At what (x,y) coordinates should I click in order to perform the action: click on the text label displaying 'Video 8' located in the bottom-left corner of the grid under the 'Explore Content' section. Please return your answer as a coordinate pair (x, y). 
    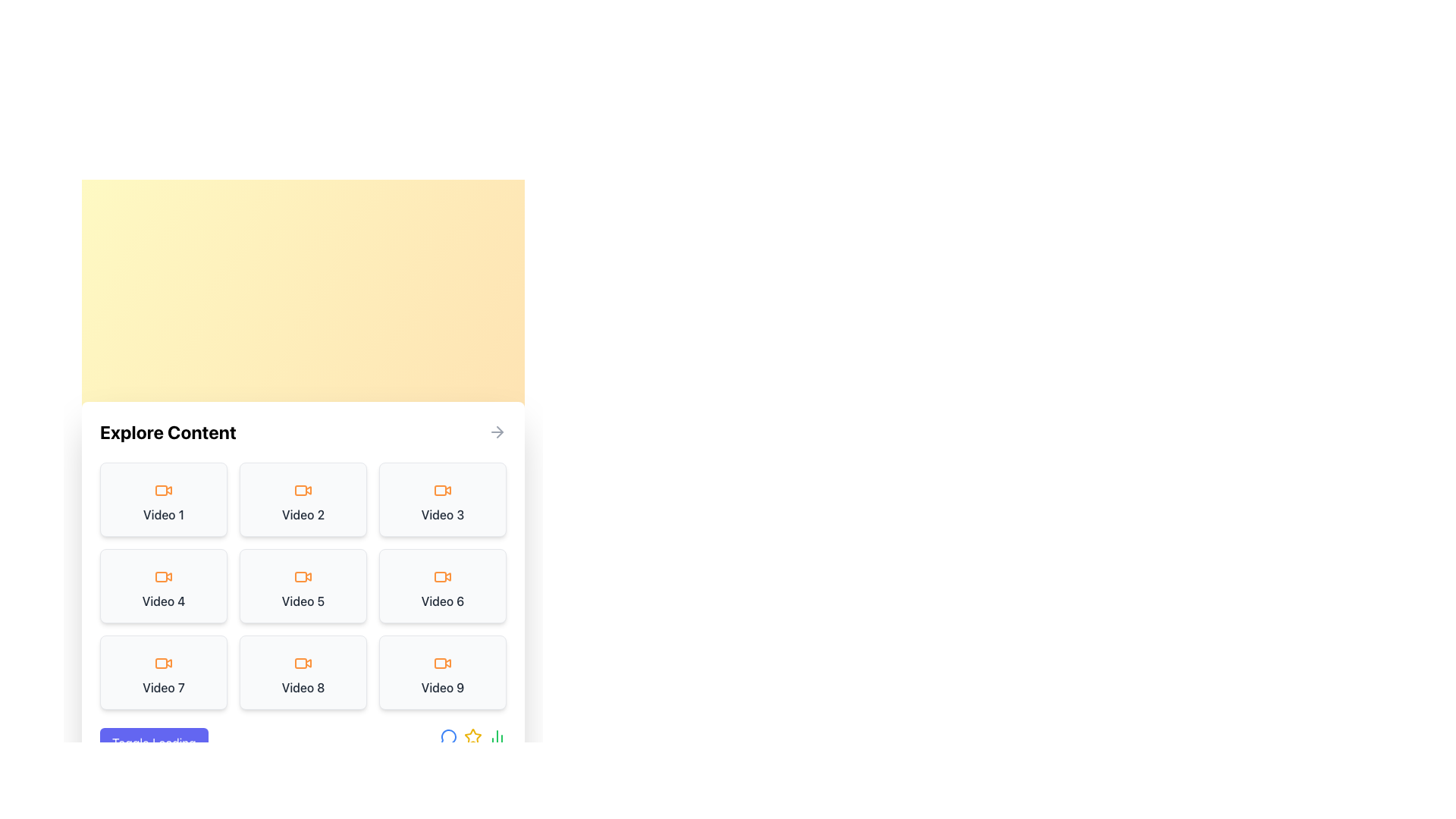
    Looking at the image, I should click on (303, 687).